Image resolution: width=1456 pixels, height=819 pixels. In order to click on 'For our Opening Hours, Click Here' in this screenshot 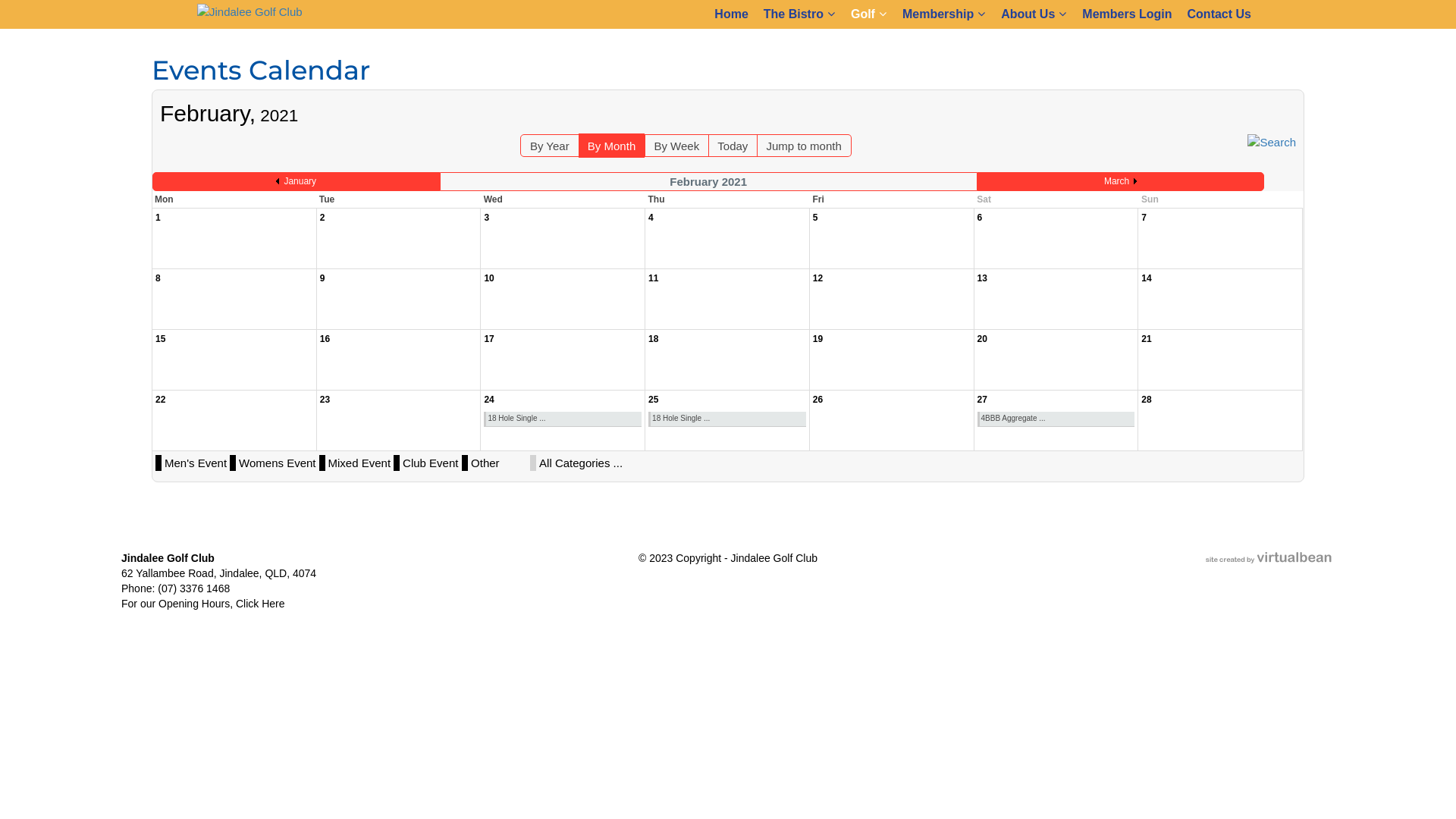, I will do `click(202, 602)`.